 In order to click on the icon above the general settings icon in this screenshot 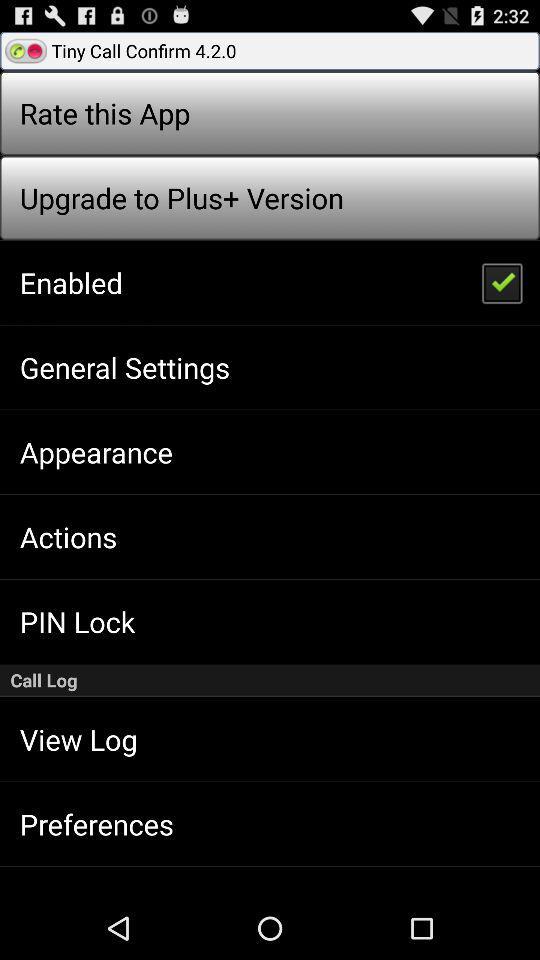, I will do `click(70, 281)`.